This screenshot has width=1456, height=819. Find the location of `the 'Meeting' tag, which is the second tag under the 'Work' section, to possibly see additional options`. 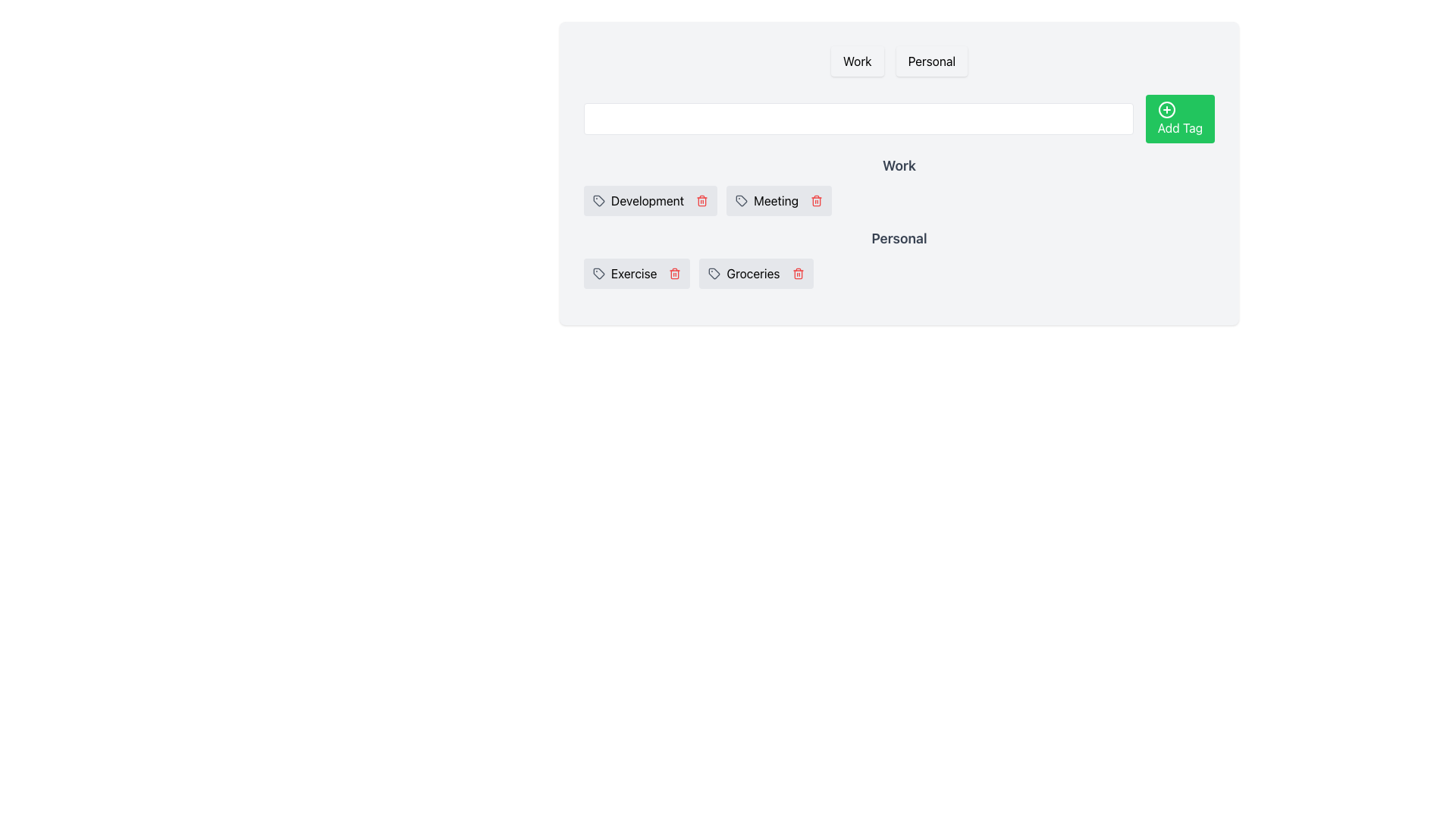

the 'Meeting' tag, which is the second tag under the 'Work' section, to possibly see additional options is located at coordinates (779, 200).